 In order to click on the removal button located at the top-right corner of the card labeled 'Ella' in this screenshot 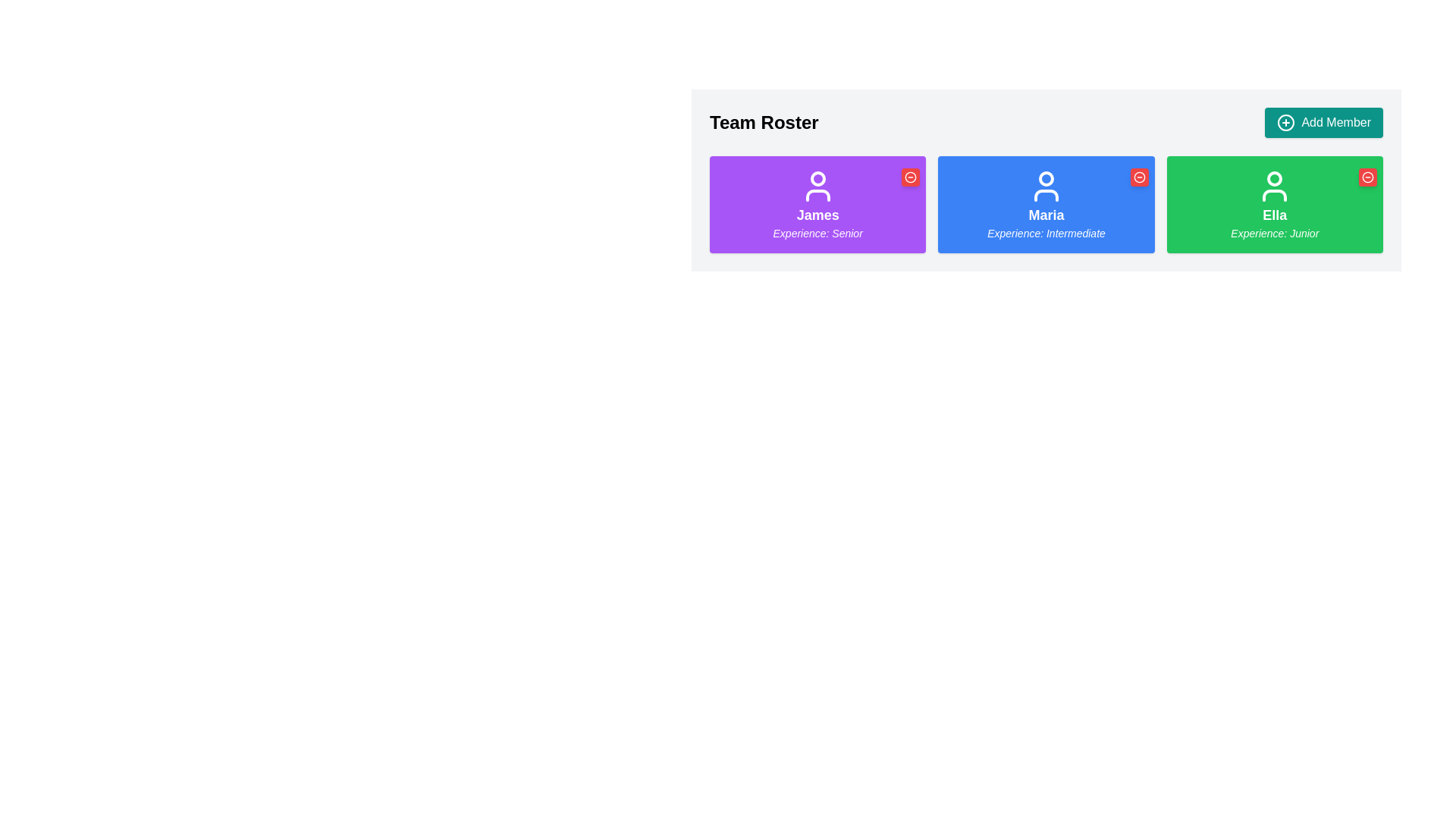, I will do `click(1368, 177)`.